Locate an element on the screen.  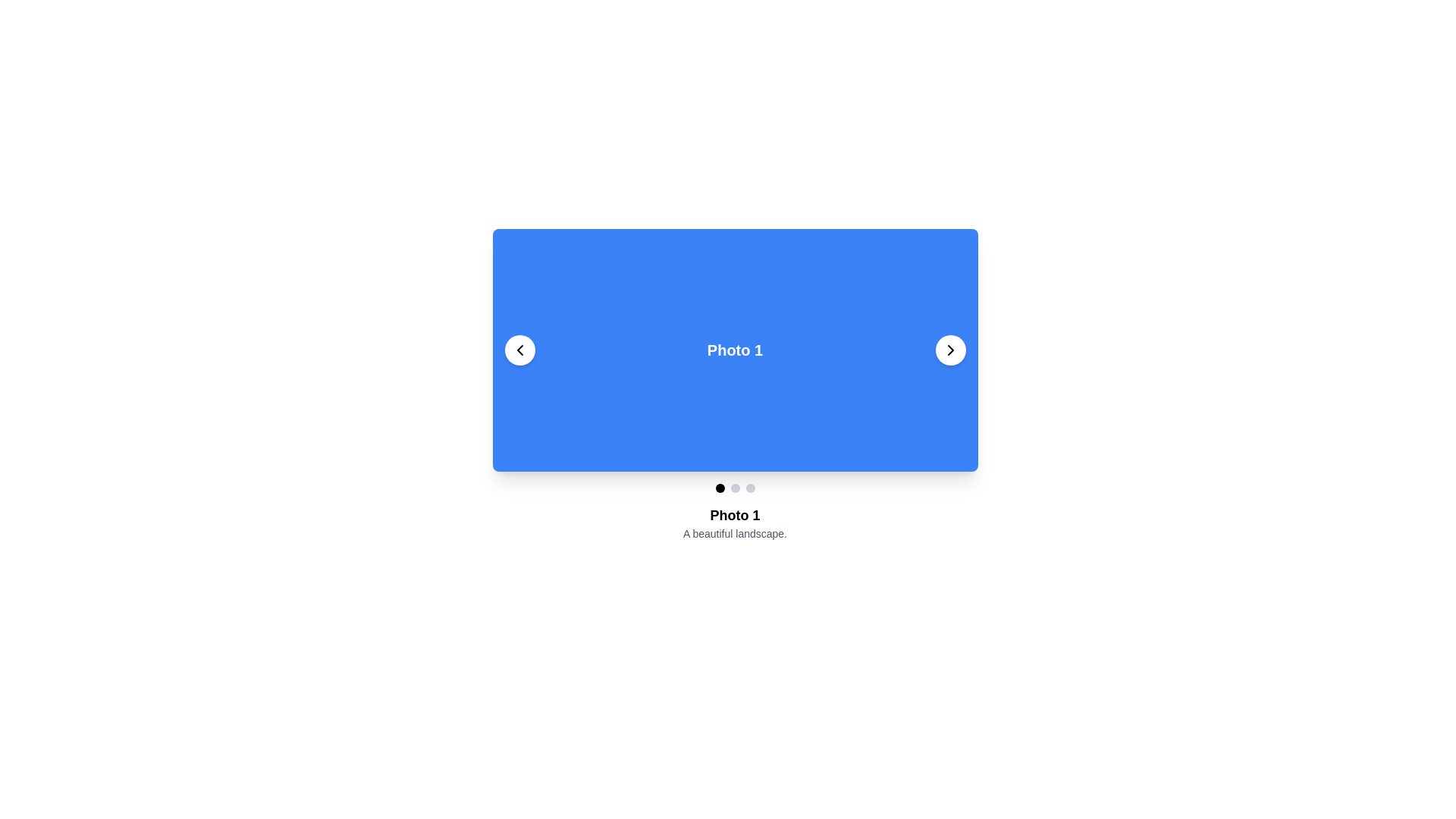
the third circular Carousel navigation dot, which is light gray and located below the main content area displaying 'Photo 1' is located at coordinates (750, 488).